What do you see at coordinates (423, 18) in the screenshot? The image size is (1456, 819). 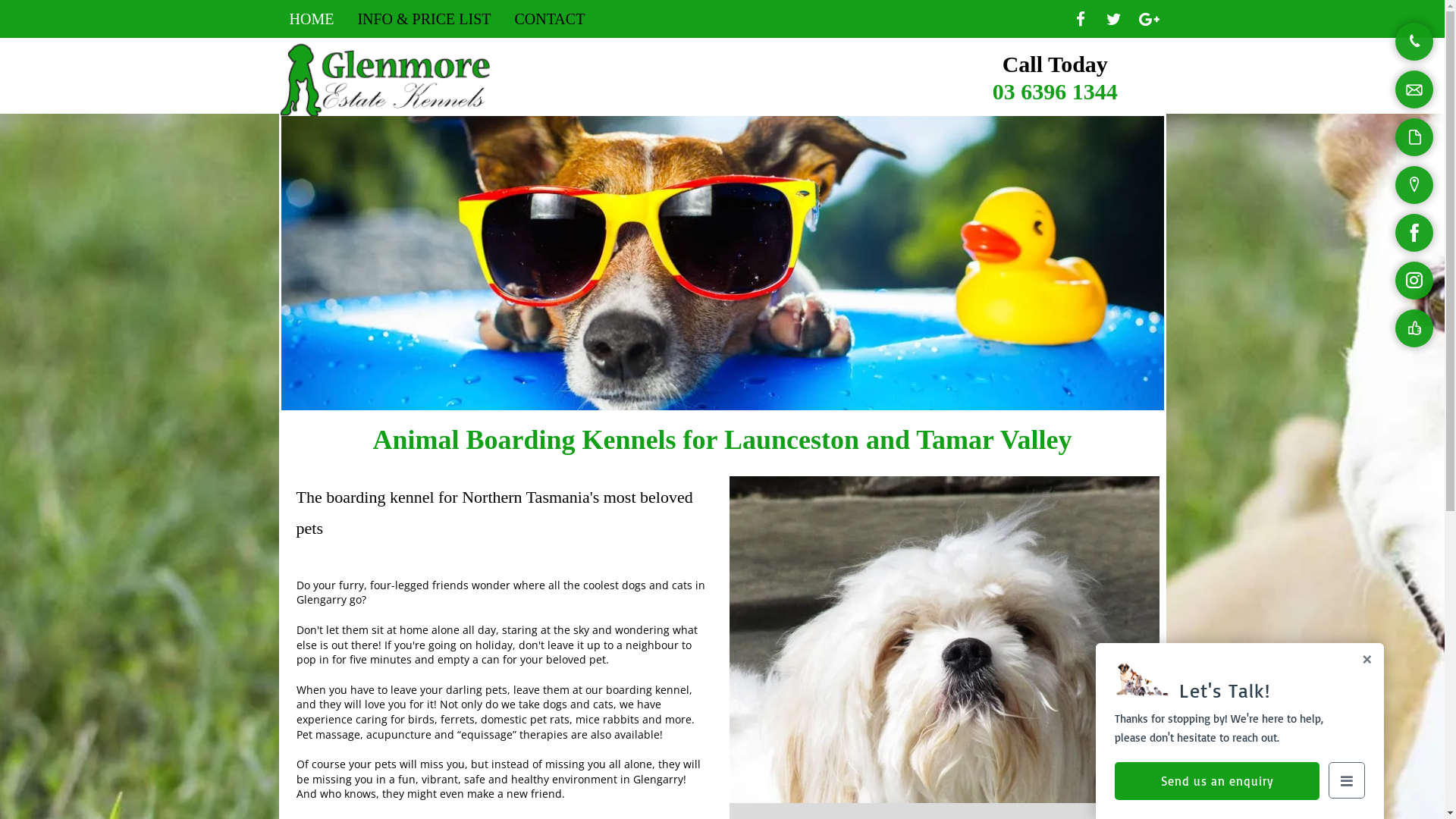 I see `'INFO & PRICE LIST'` at bounding box center [423, 18].